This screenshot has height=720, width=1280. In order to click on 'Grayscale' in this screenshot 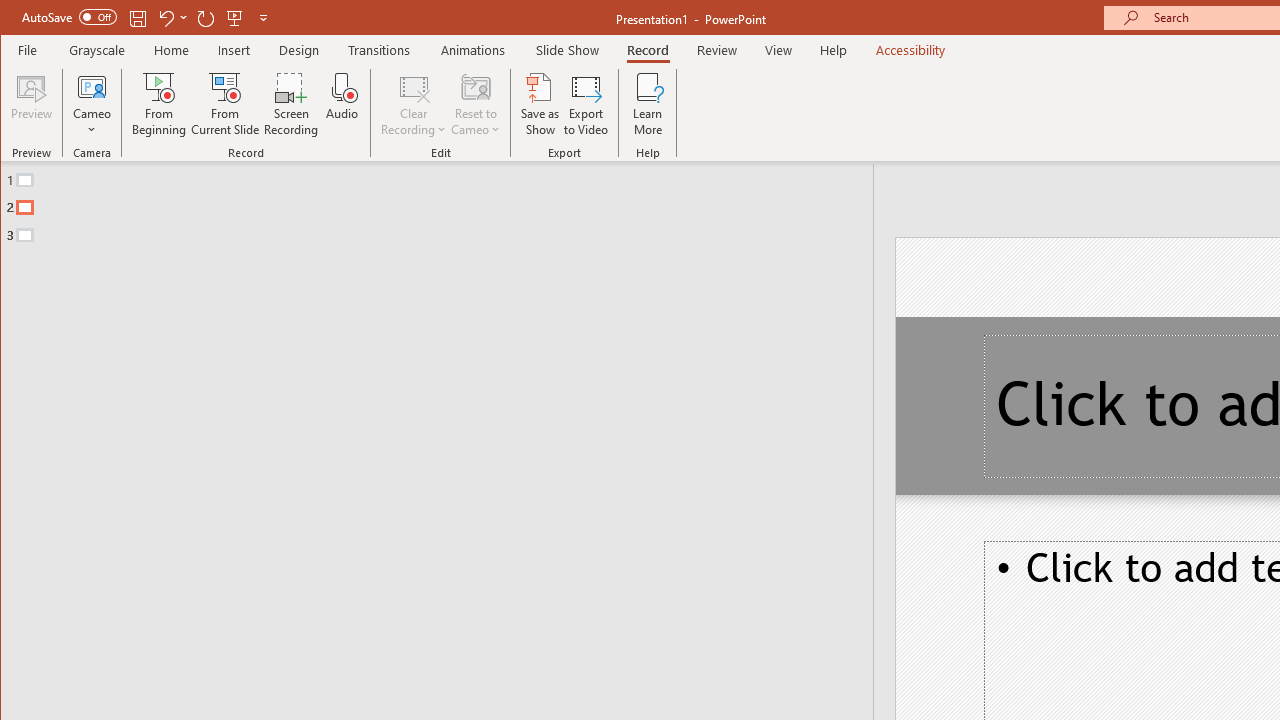, I will do `click(96, 49)`.